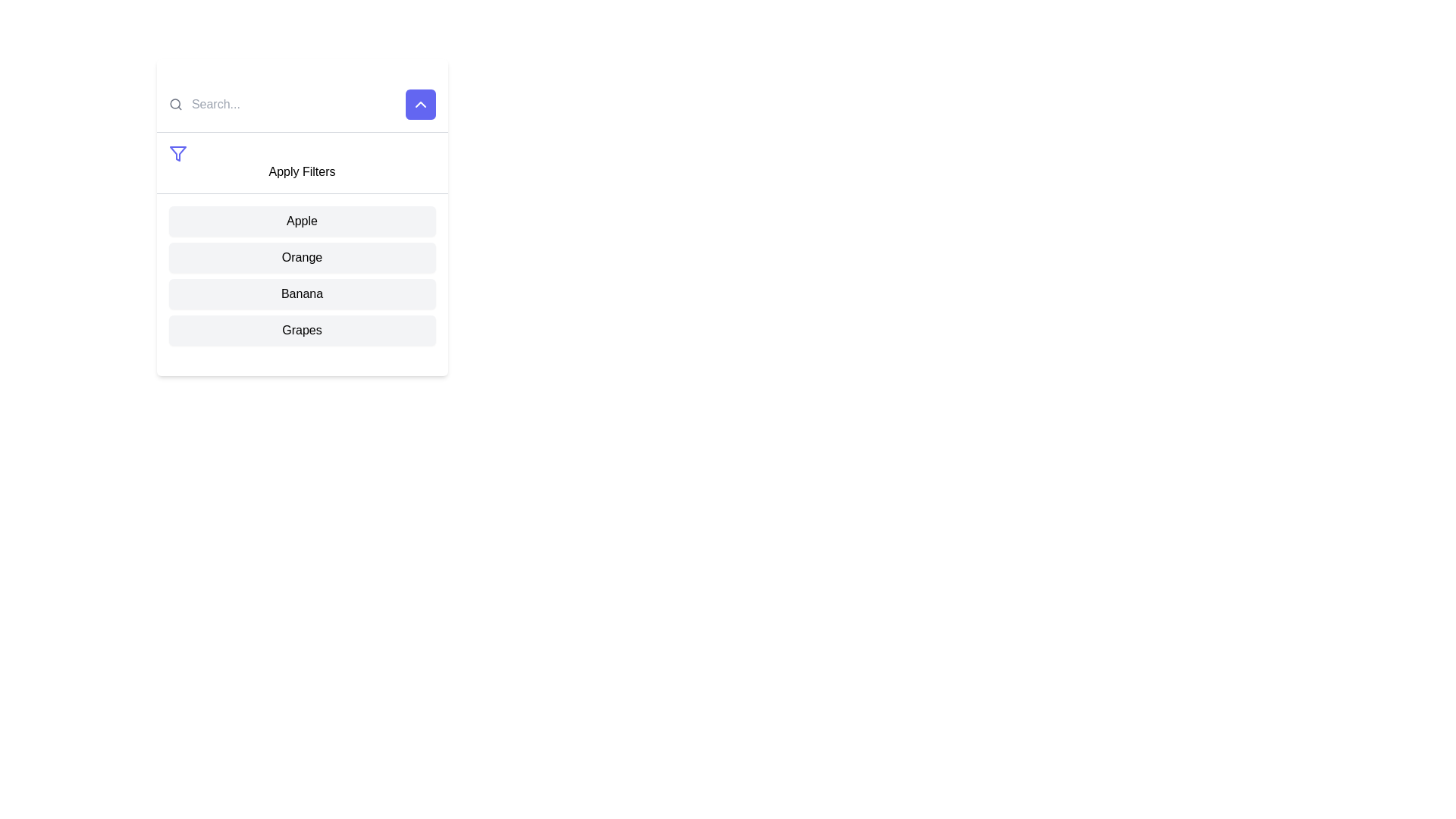 Image resolution: width=1456 pixels, height=819 pixels. Describe the element at coordinates (302, 294) in the screenshot. I see `the 'Banana' button, which is the third item in a vertical list of filter option buttons` at that location.